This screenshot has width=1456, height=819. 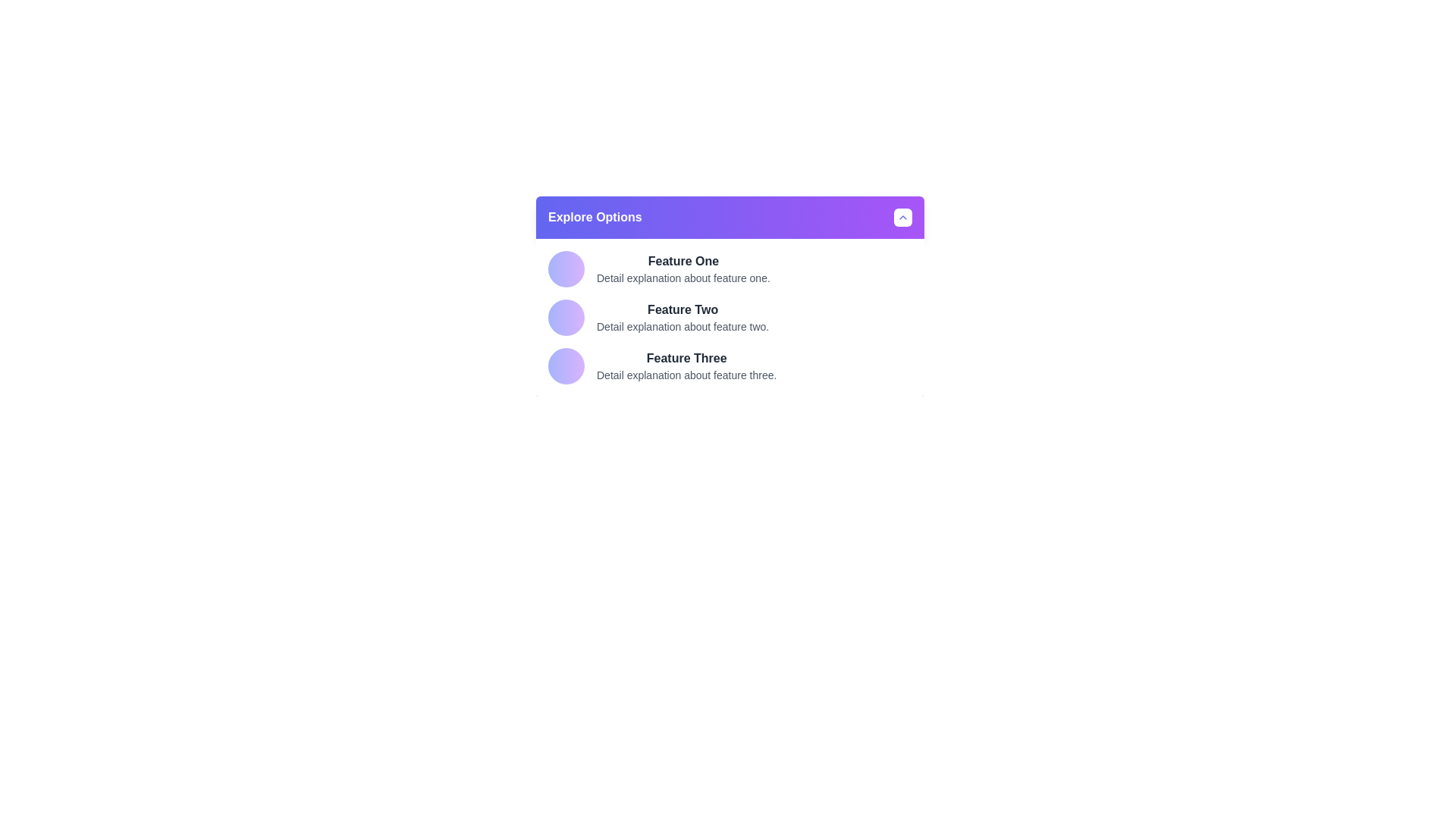 What do you see at coordinates (730, 317) in the screenshot?
I see `the second feature informational list item, which includes a title, description text, and decorative icon` at bounding box center [730, 317].